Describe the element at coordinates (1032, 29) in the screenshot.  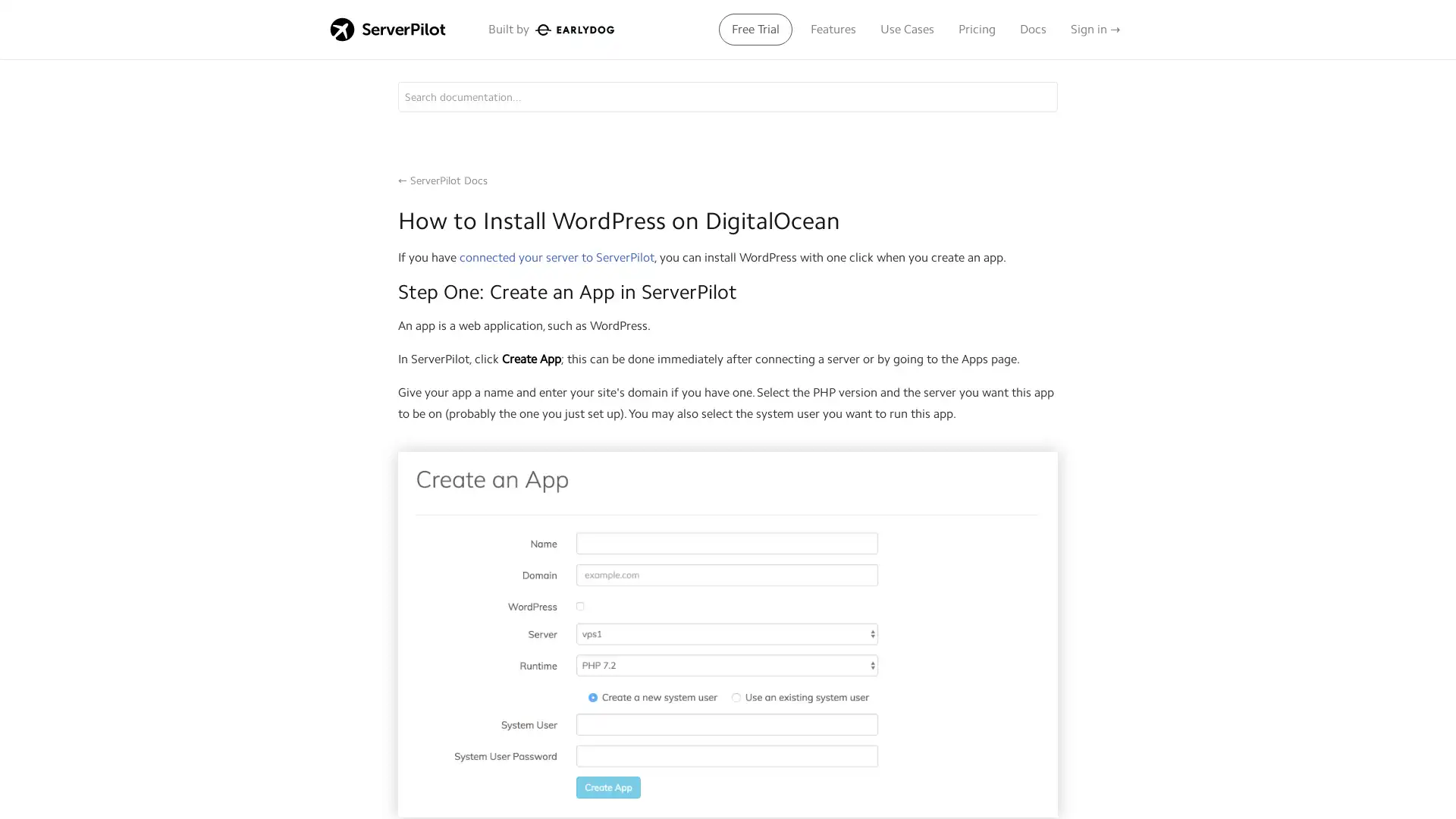
I see `Docs` at that location.